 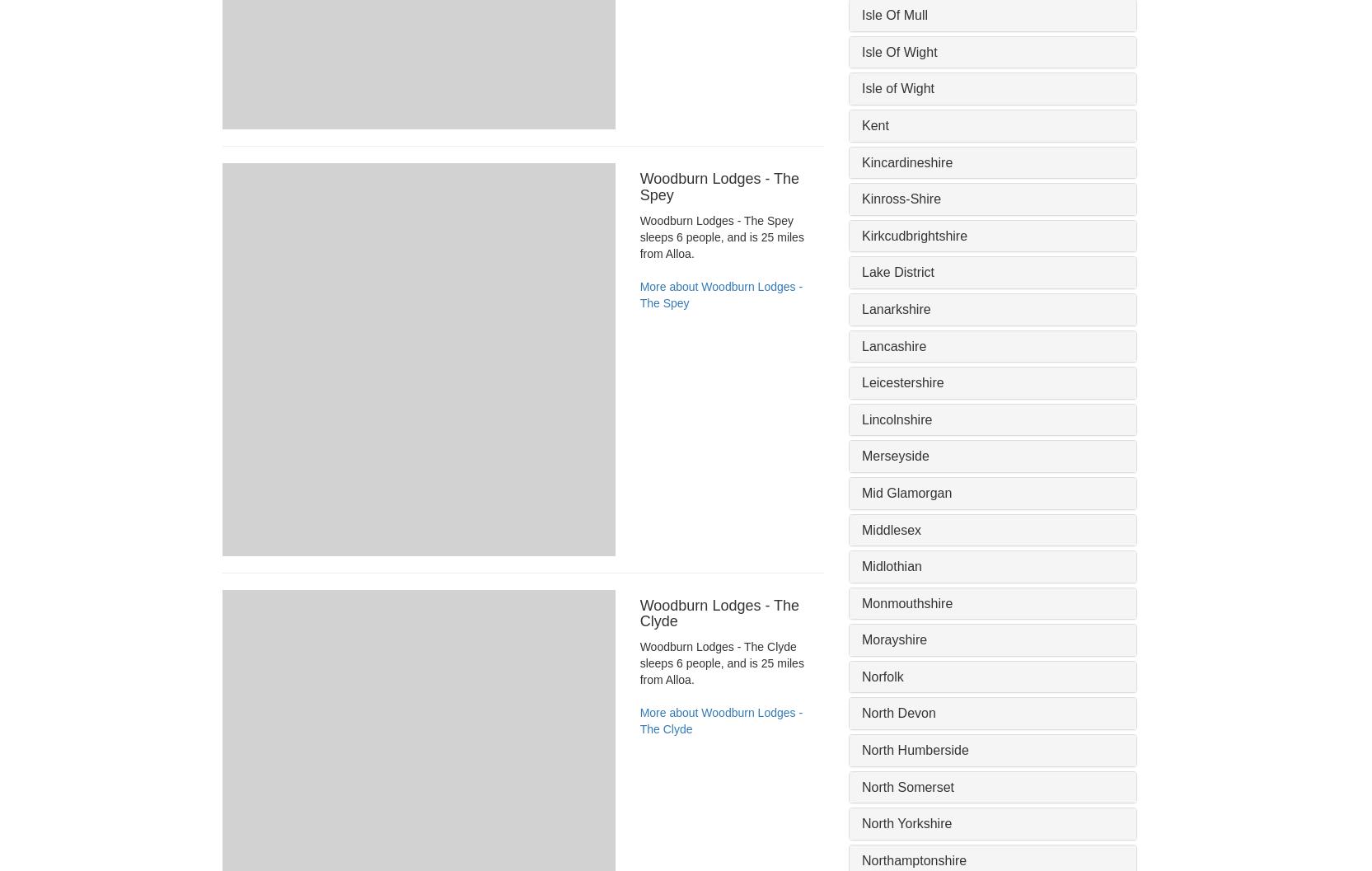 What do you see at coordinates (720, 293) in the screenshot?
I see `'More about Woodburn Lodges - The Spey'` at bounding box center [720, 293].